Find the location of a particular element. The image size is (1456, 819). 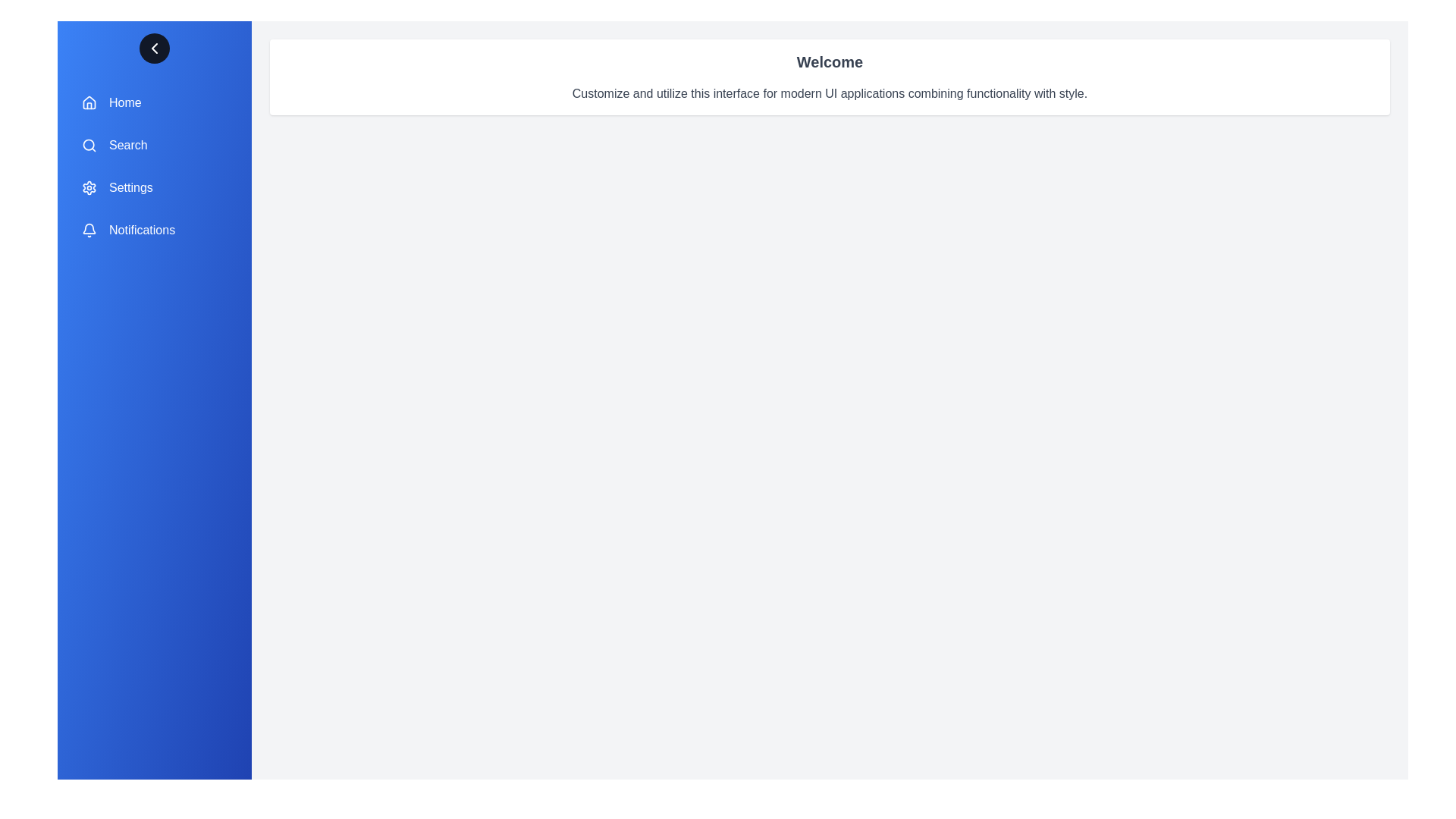

the menu item labeled 'Search' to navigate or trigger its action is located at coordinates (154, 146).